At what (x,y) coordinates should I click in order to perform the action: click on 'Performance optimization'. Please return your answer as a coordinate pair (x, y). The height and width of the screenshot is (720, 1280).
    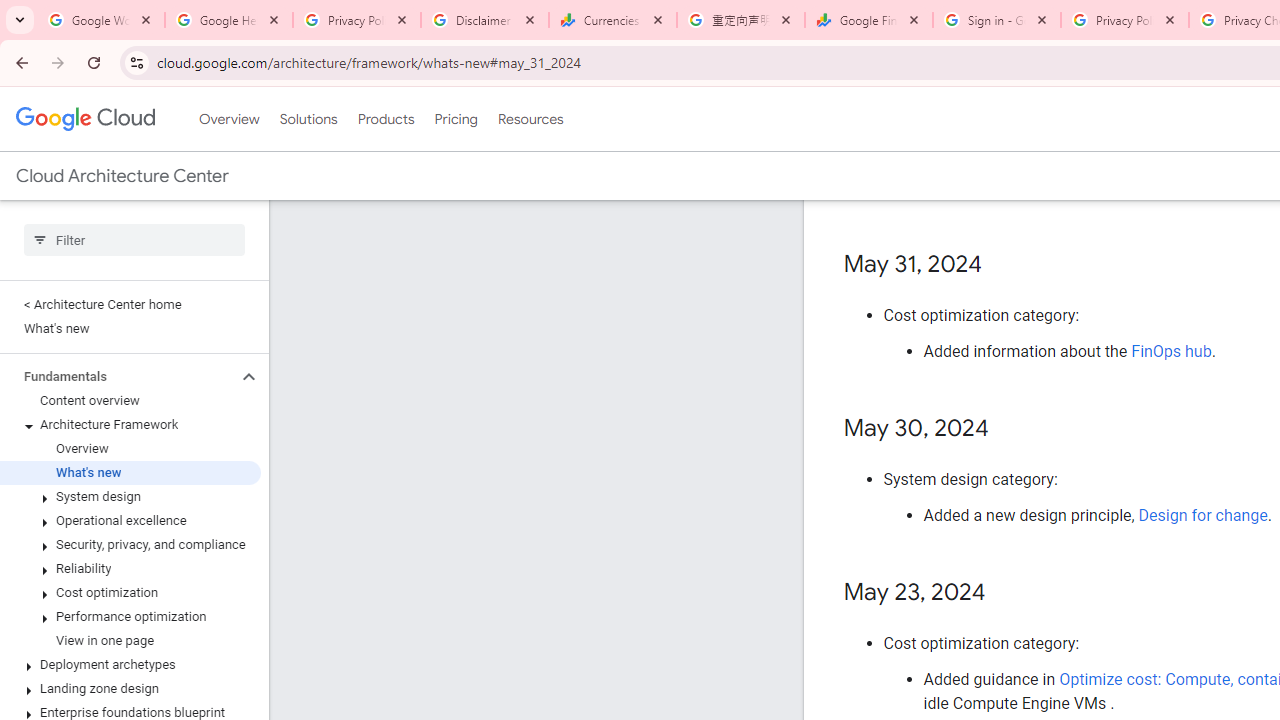
    Looking at the image, I should click on (129, 616).